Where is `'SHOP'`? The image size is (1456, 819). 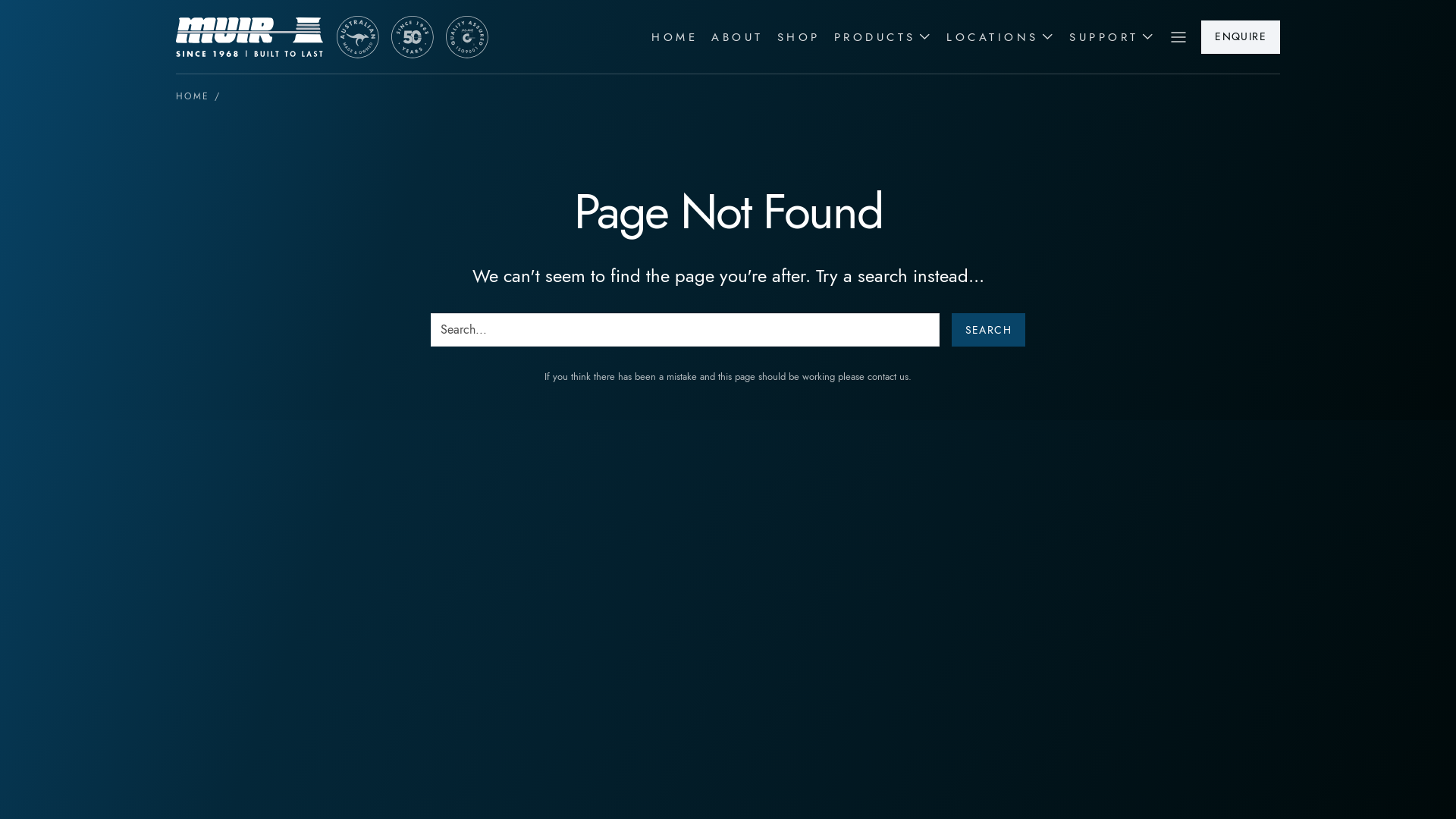 'SHOP' is located at coordinates (798, 36).